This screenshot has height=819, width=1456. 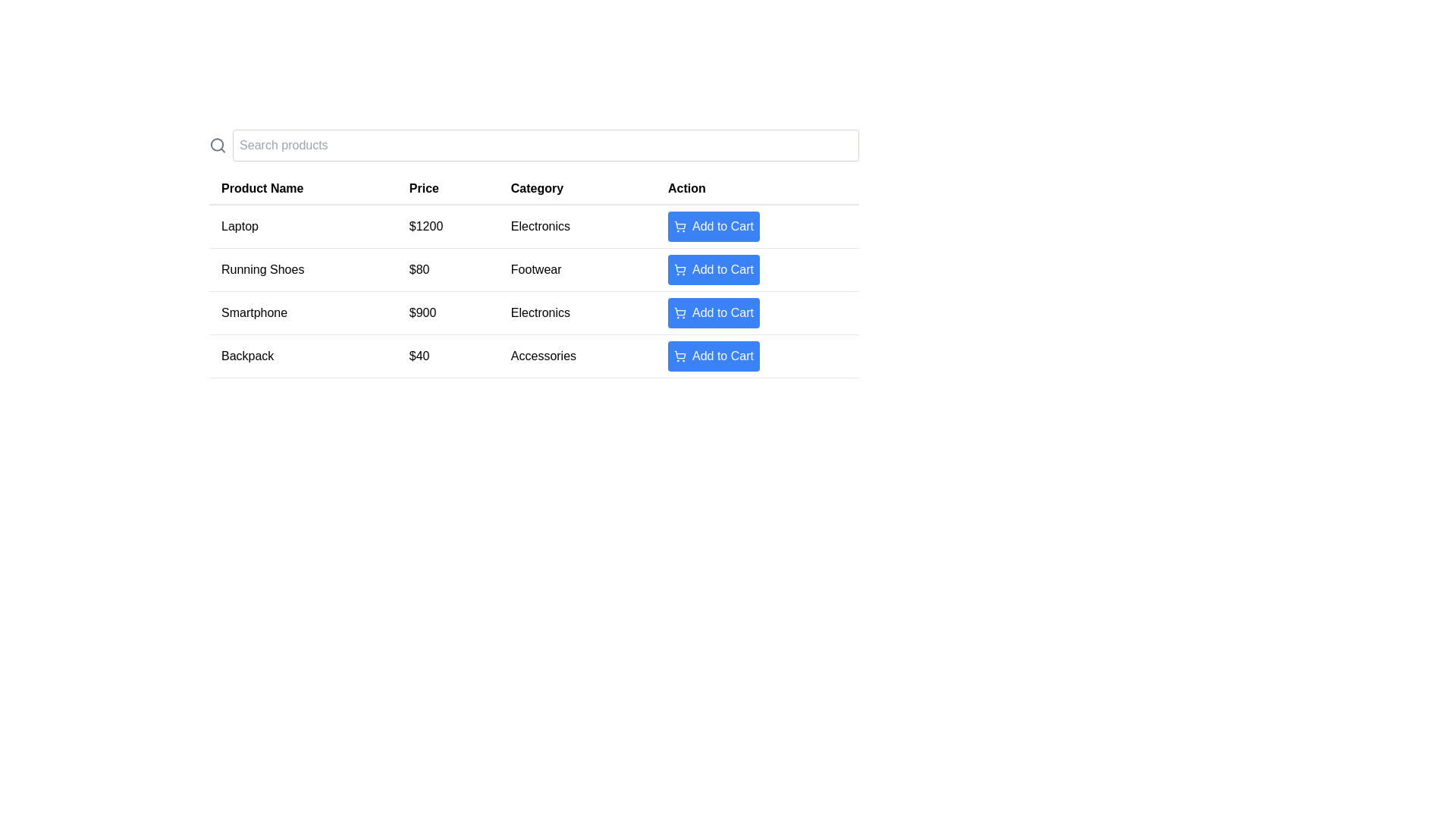 I want to click on the shopping cart icon graphic within the 'Add to Cart' button, which has a blue rectangular background and is located in the fourth row, fourth column of the table, so click(x=679, y=225).